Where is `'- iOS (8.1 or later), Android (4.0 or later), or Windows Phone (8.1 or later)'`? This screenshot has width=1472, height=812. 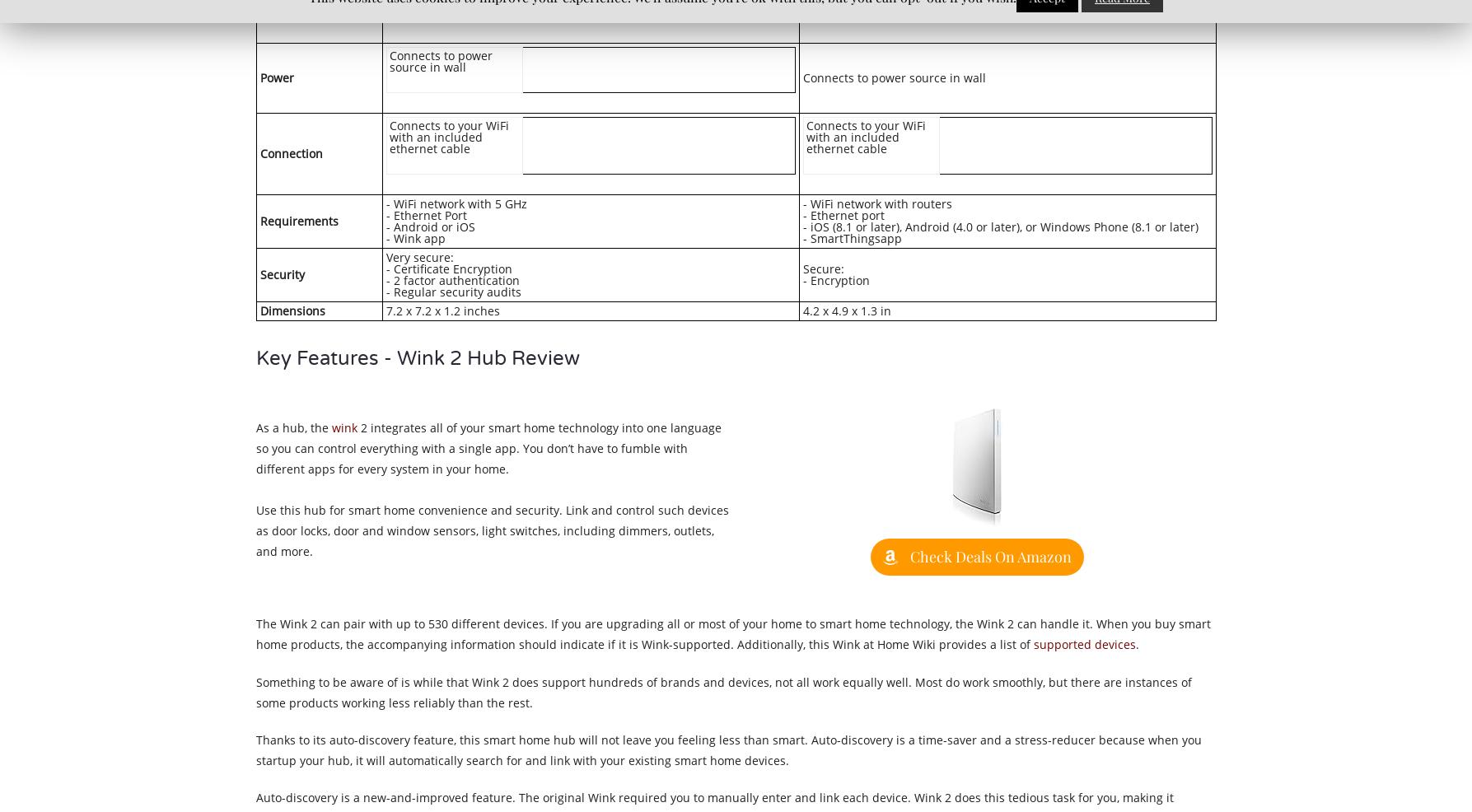 '- iOS (8.1 or later), Android (4.0 or later), or Windows Phone (8.1 or later)' is located at coordinates (1000, 226).